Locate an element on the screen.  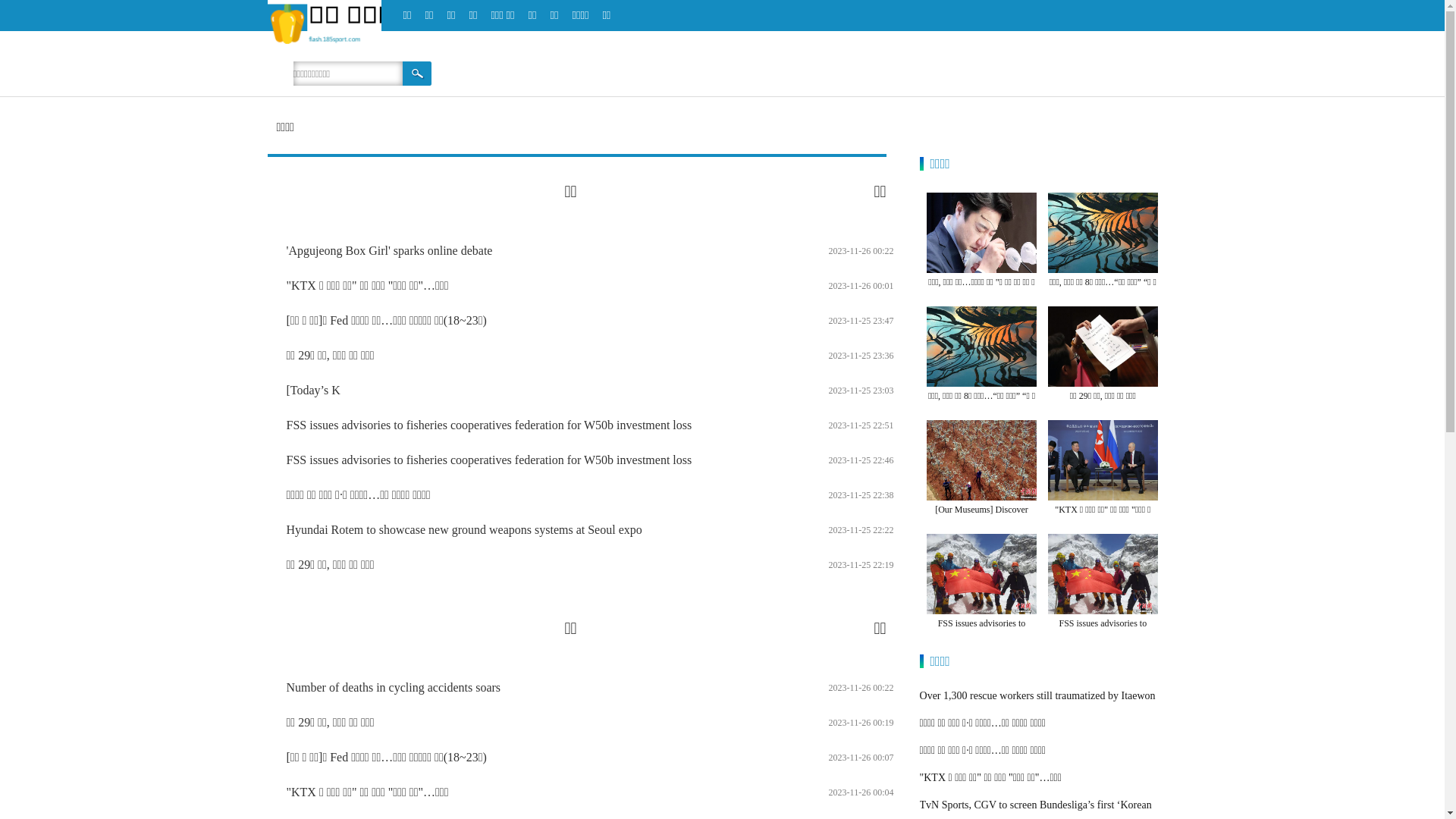
''Apgujeong Box Girl' sparks online debate' is located at coordinates (389, 249).